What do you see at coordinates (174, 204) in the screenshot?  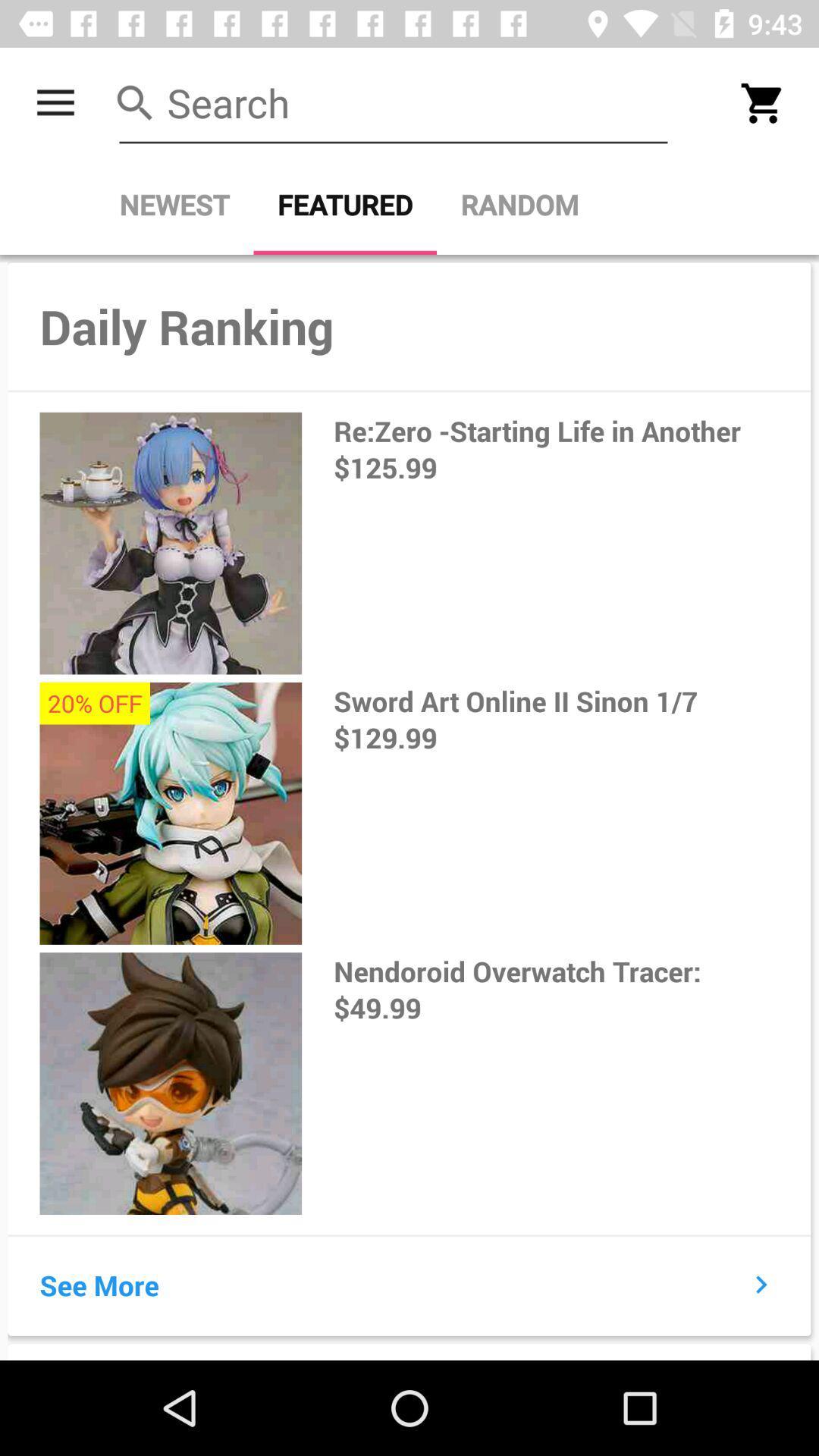 I see `item to the left of featured` at bounding box center [174, 204].